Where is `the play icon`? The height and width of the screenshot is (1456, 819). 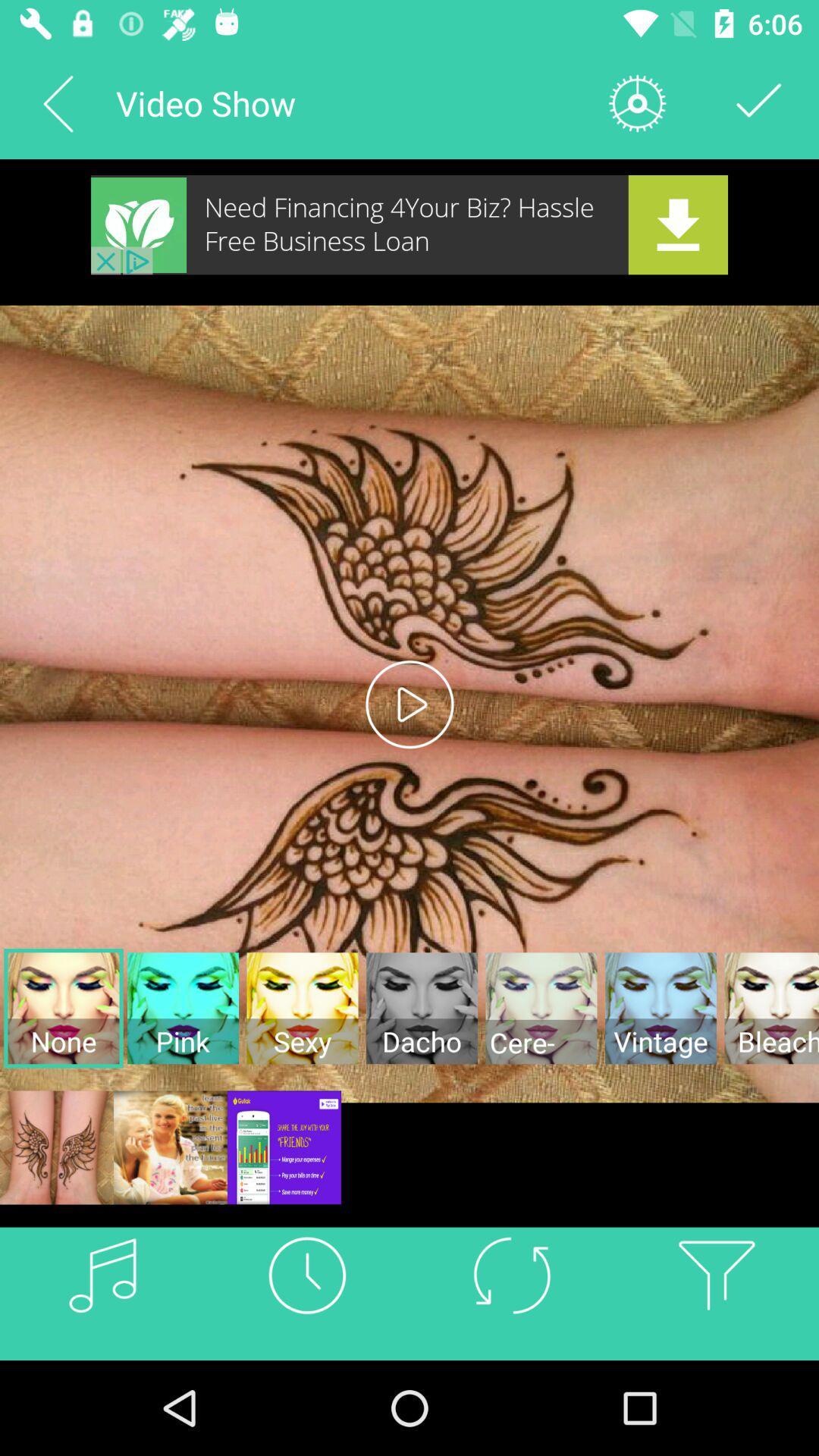
the play icon is located at coordinates (409, 703).